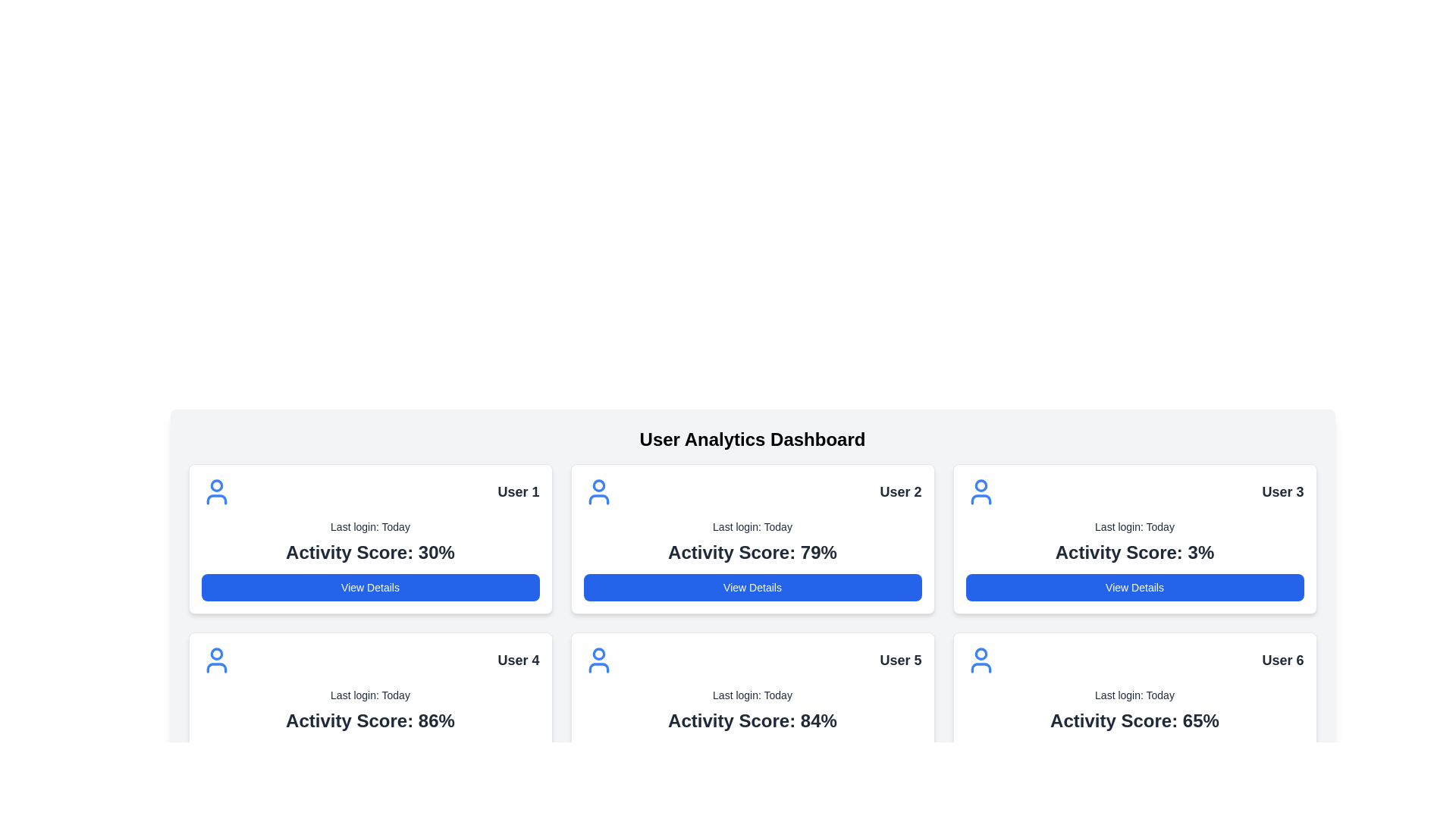  What do you see at coordinates (598, 500) in the screenshot?
I see `the user profile icon located beneath the circular head element in the user card labeled 'User 2' on the dashboard interface` at bounding box center [598, 500].